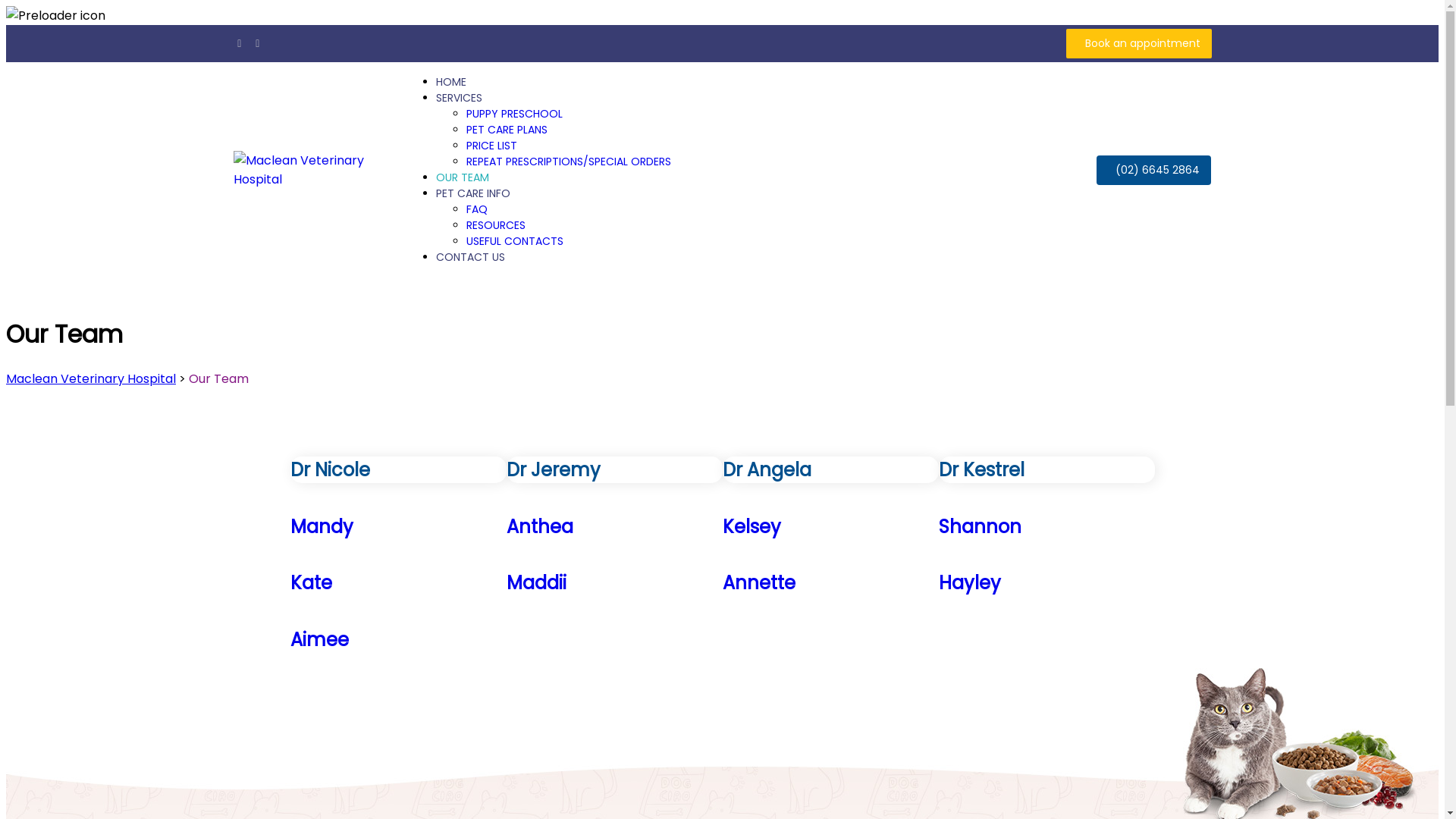  What do you see at coordinates (1153, 169) in the screenshot?
I see `'(02) 6645 2864'` at bounding box center [1153, 169].